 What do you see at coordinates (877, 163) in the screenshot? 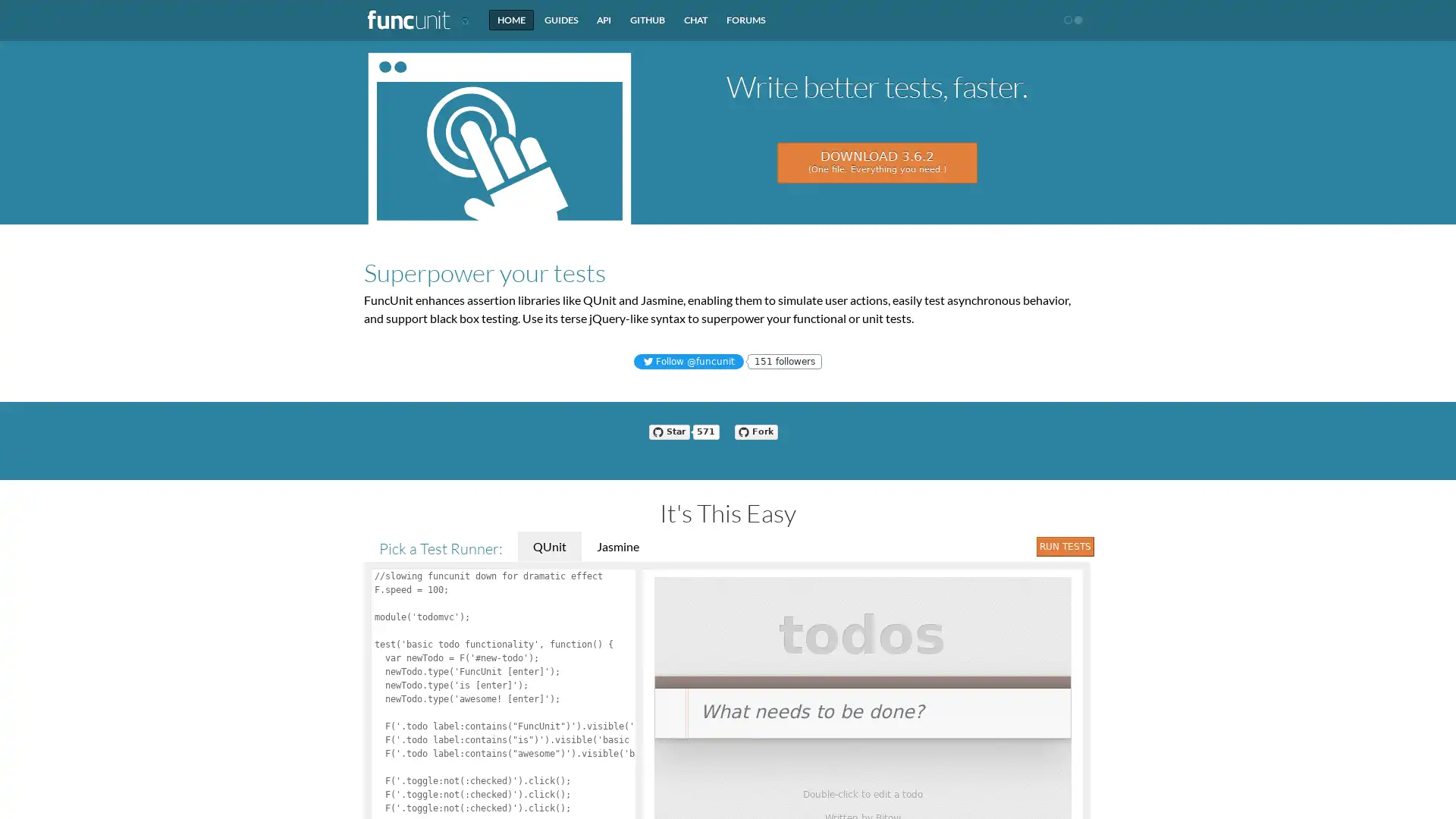
I see `DOWNLOAD 3.6.2 (One file. Everything you need.)` at bounding box center [877, 163].